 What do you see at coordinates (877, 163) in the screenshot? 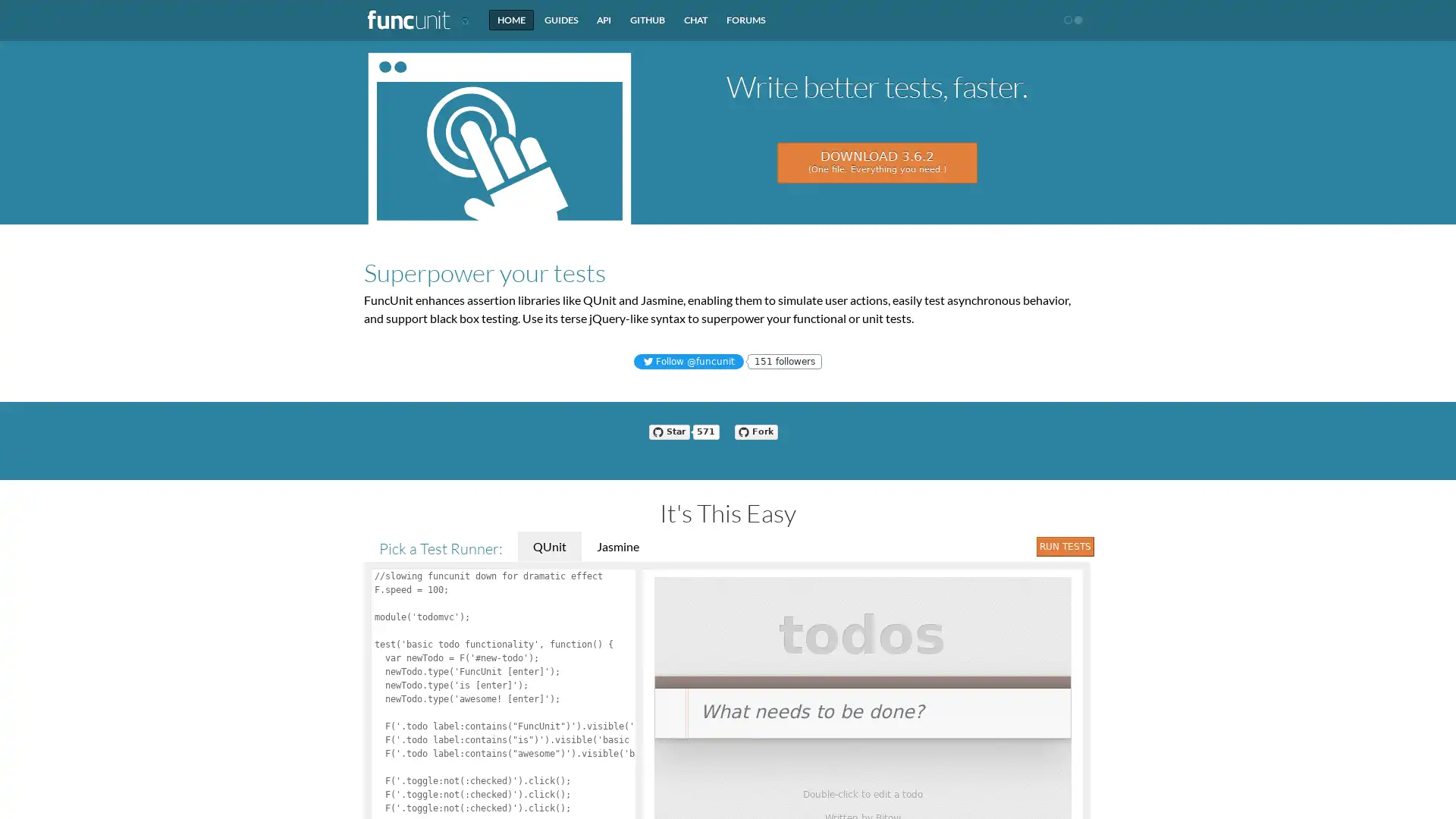
I see `DOWNLOAD 3.6.2 (One file. Everything you need.)` at bounding box center [877, 163].